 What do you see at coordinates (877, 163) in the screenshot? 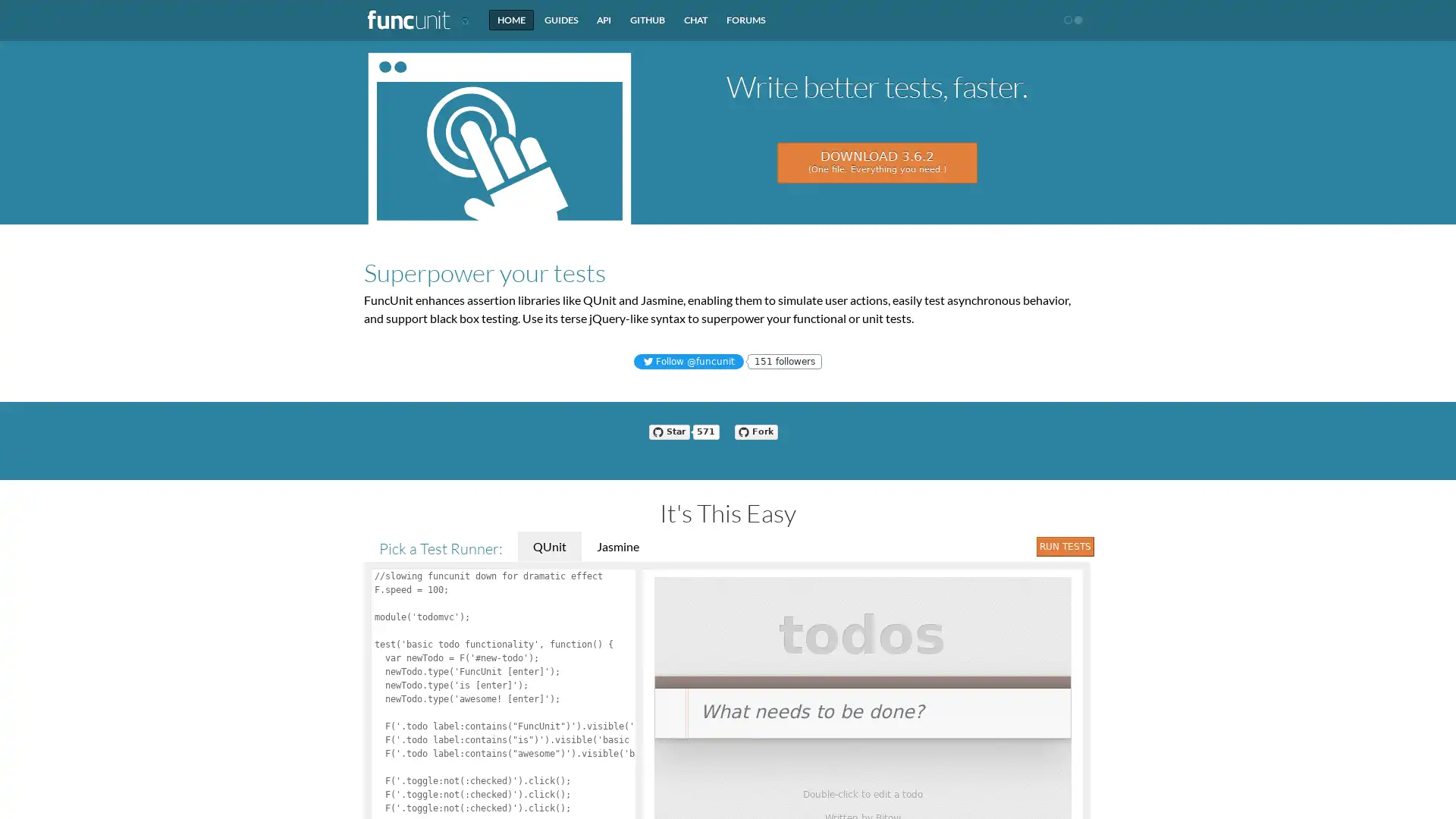
I see `DOWNLOAD 3.6.2 (One file. Everything you need.)` at bounding box center [877, 163].